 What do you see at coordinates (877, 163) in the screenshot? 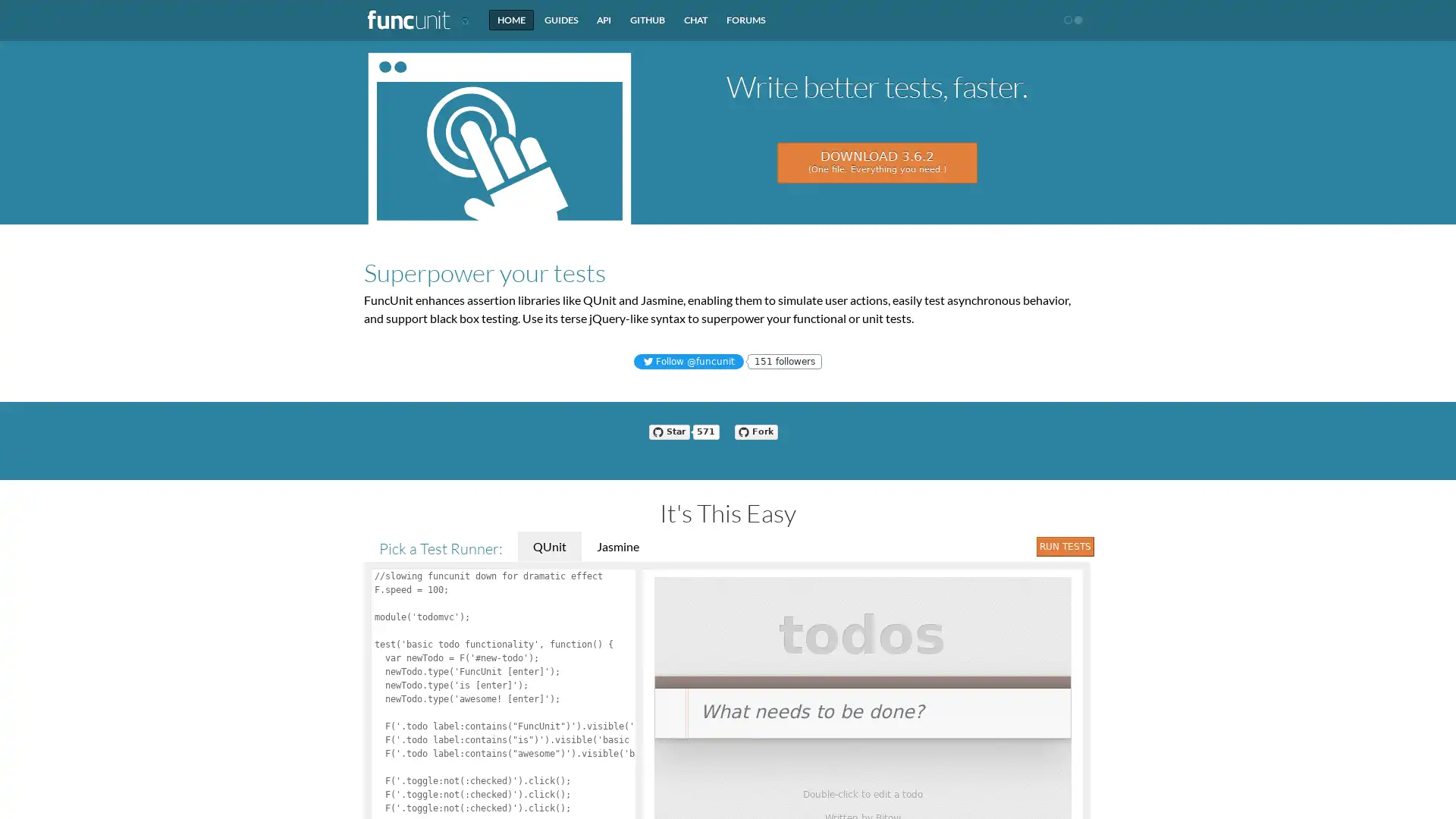
I see `DOWNLOAD 3.6.2 (One file. Everything you need.)` at bounding box center [877, 163].